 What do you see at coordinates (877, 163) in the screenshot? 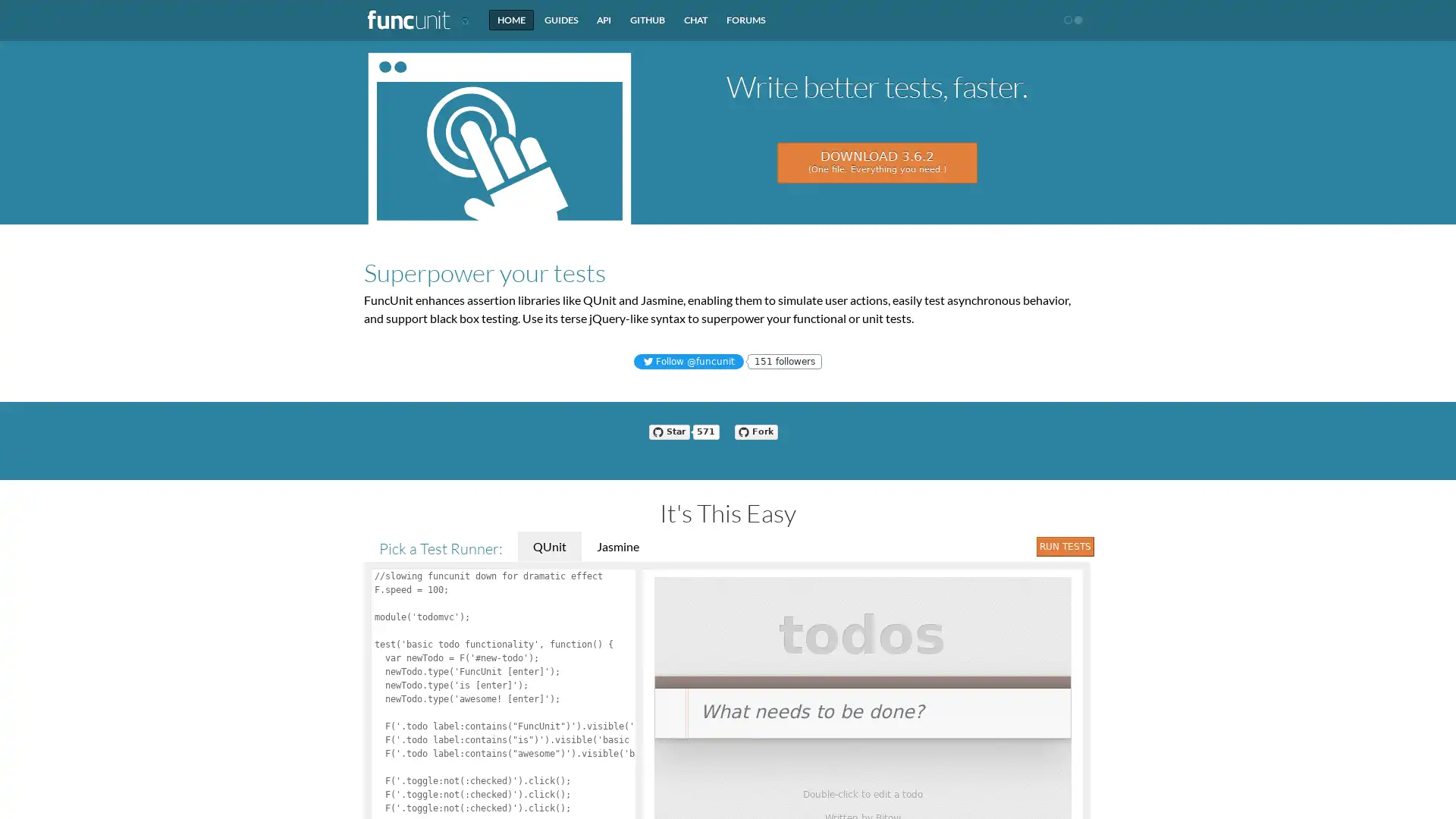
I see `DOWNLOAD 3.6.2 (One file. Everything you need.)` at bounding box center [877, 163].